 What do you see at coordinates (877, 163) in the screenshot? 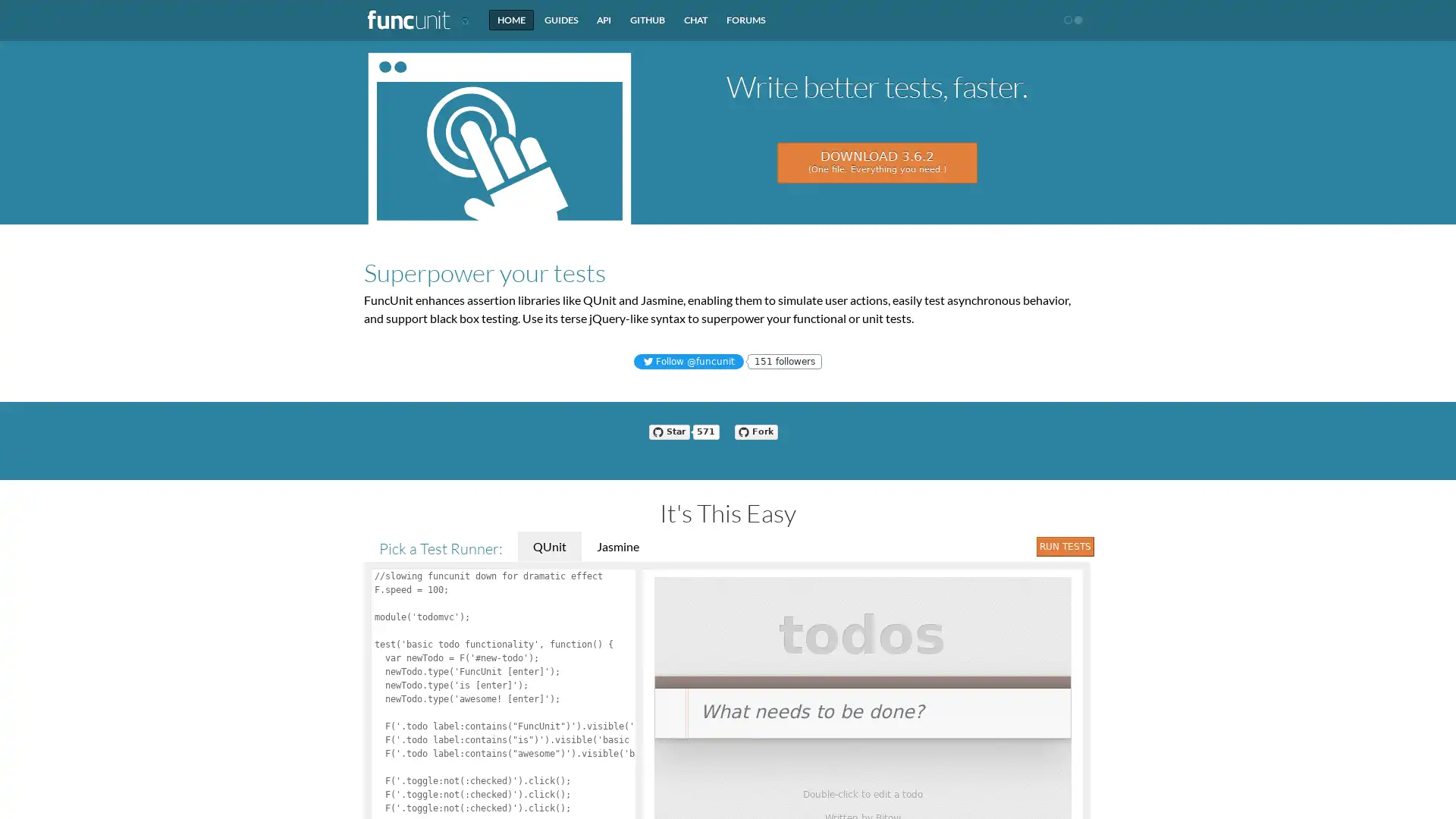
I see `DOWNLOAD 3.6.2 (One file. Everything you need.)` at bounding box center [877, 163].